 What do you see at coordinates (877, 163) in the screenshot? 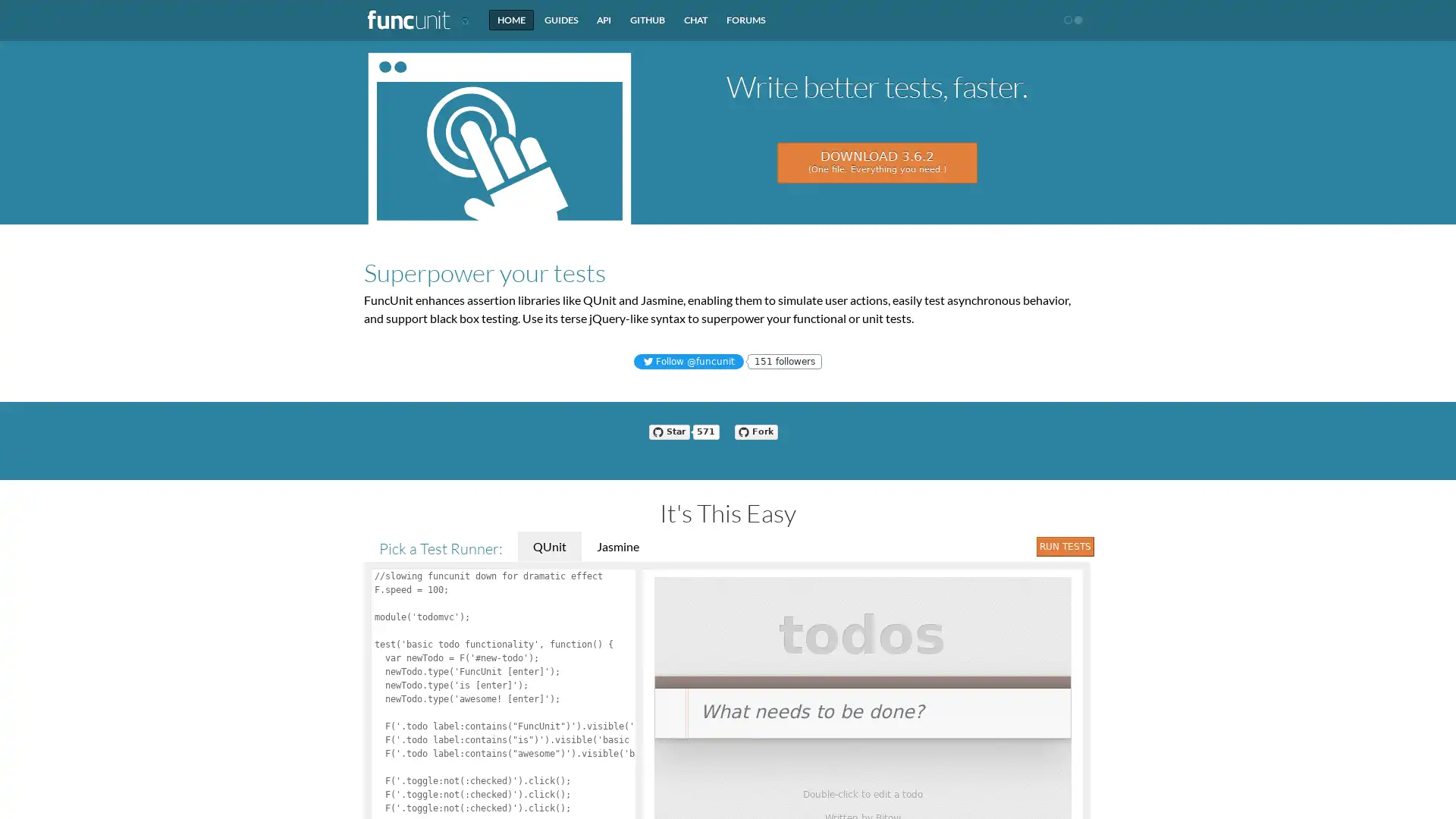
I see `DOWNLOAD 3.6.2 (One file. Everything you need.)` at bounding box center [877, 163].